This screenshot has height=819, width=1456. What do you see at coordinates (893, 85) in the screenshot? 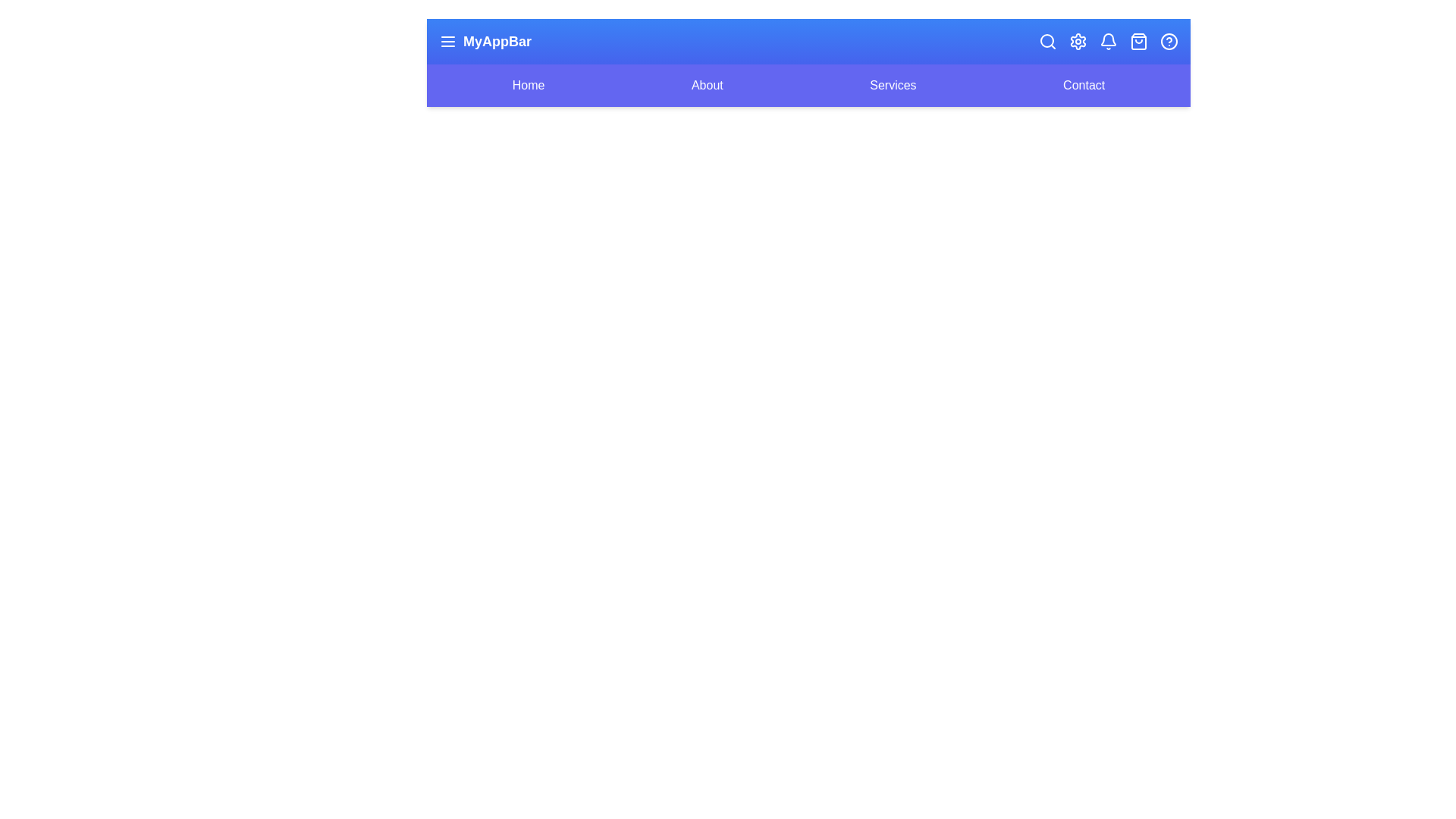
I see `the navigation link labeled 'Services'` at bounding box center [893, 85].